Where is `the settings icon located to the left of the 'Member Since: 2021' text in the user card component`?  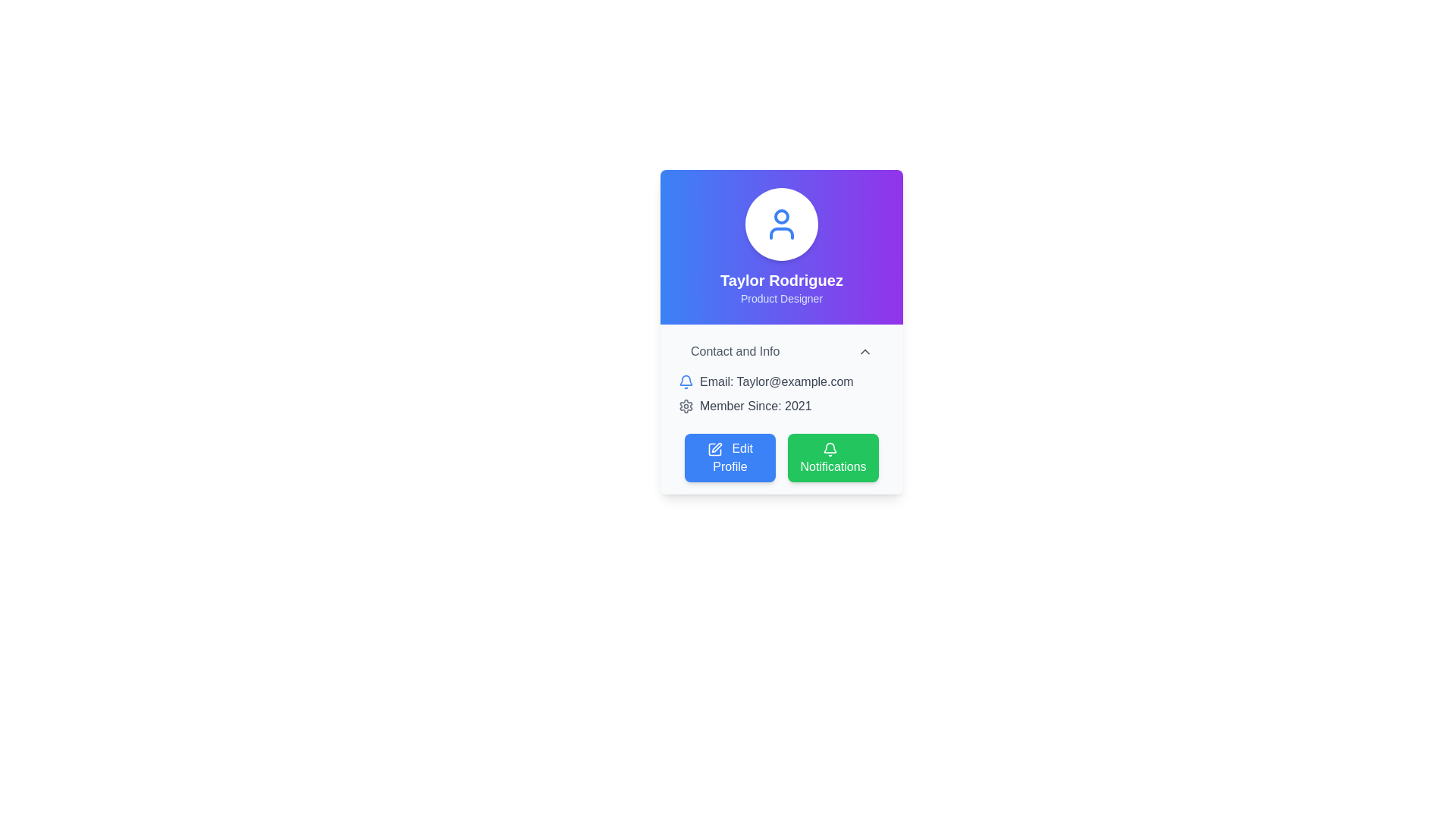
the settings icon located to the left of the 'Member Since: 2021' text in the user card component is located at coordinates (686, 406).